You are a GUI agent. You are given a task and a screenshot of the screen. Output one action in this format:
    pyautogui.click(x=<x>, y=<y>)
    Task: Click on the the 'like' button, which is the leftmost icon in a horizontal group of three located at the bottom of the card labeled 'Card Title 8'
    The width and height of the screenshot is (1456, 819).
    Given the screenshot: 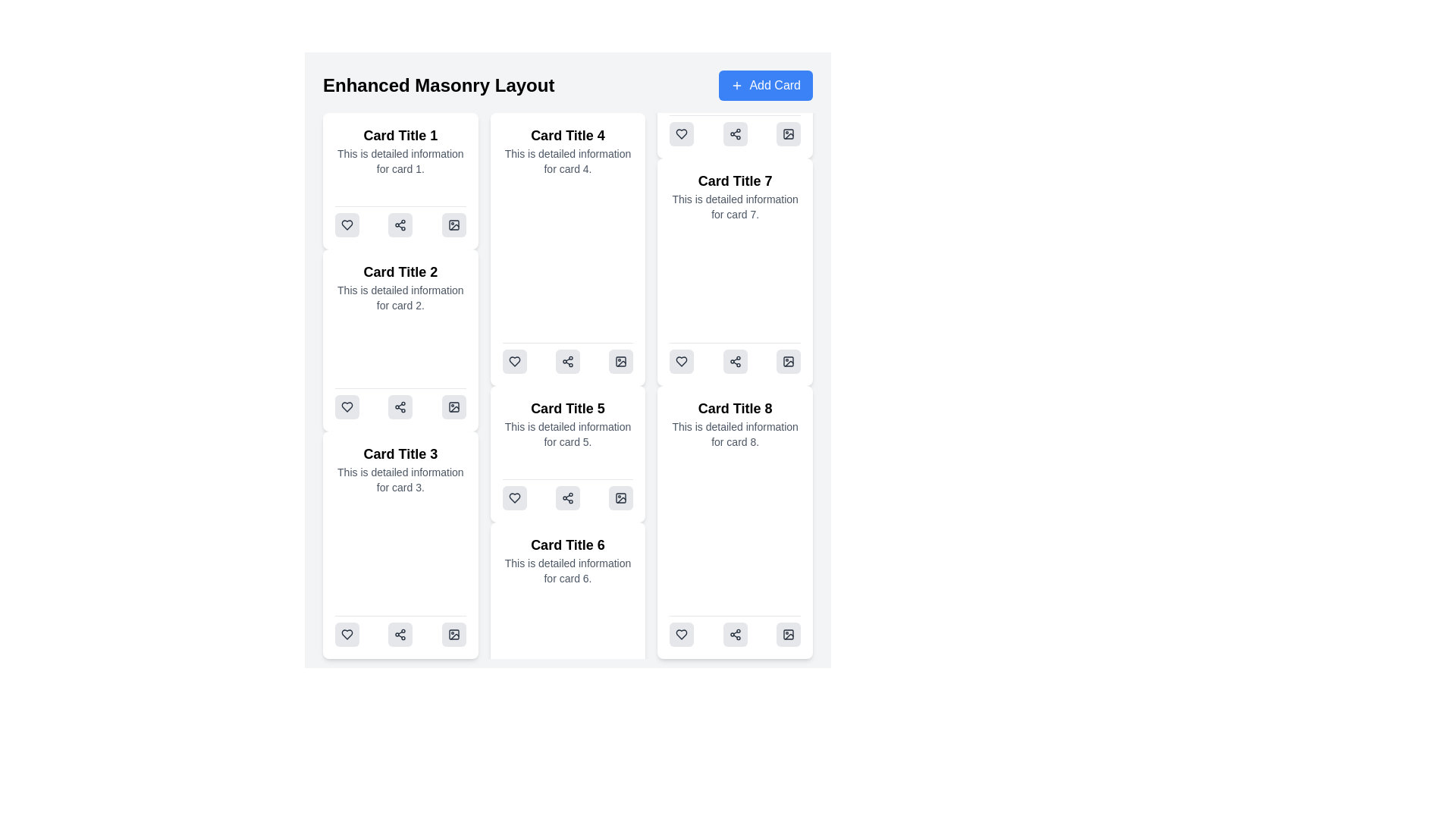 What is the action you would take?
    pyautogui.click(x=681, y=362)
    